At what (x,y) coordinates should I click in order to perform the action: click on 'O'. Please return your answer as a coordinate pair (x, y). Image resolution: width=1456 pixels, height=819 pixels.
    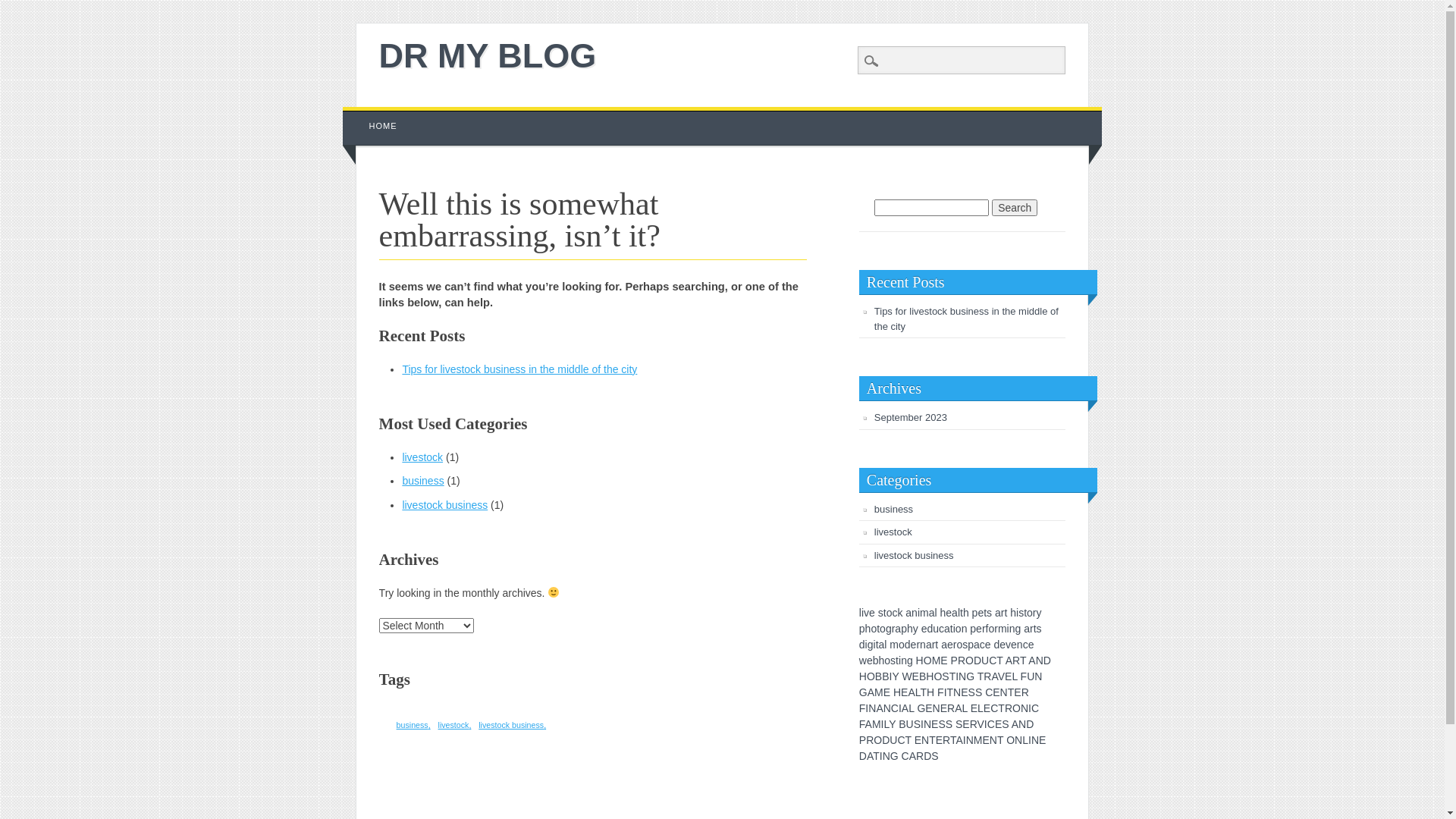
    Looking at the image, I should click on (1010, 739).